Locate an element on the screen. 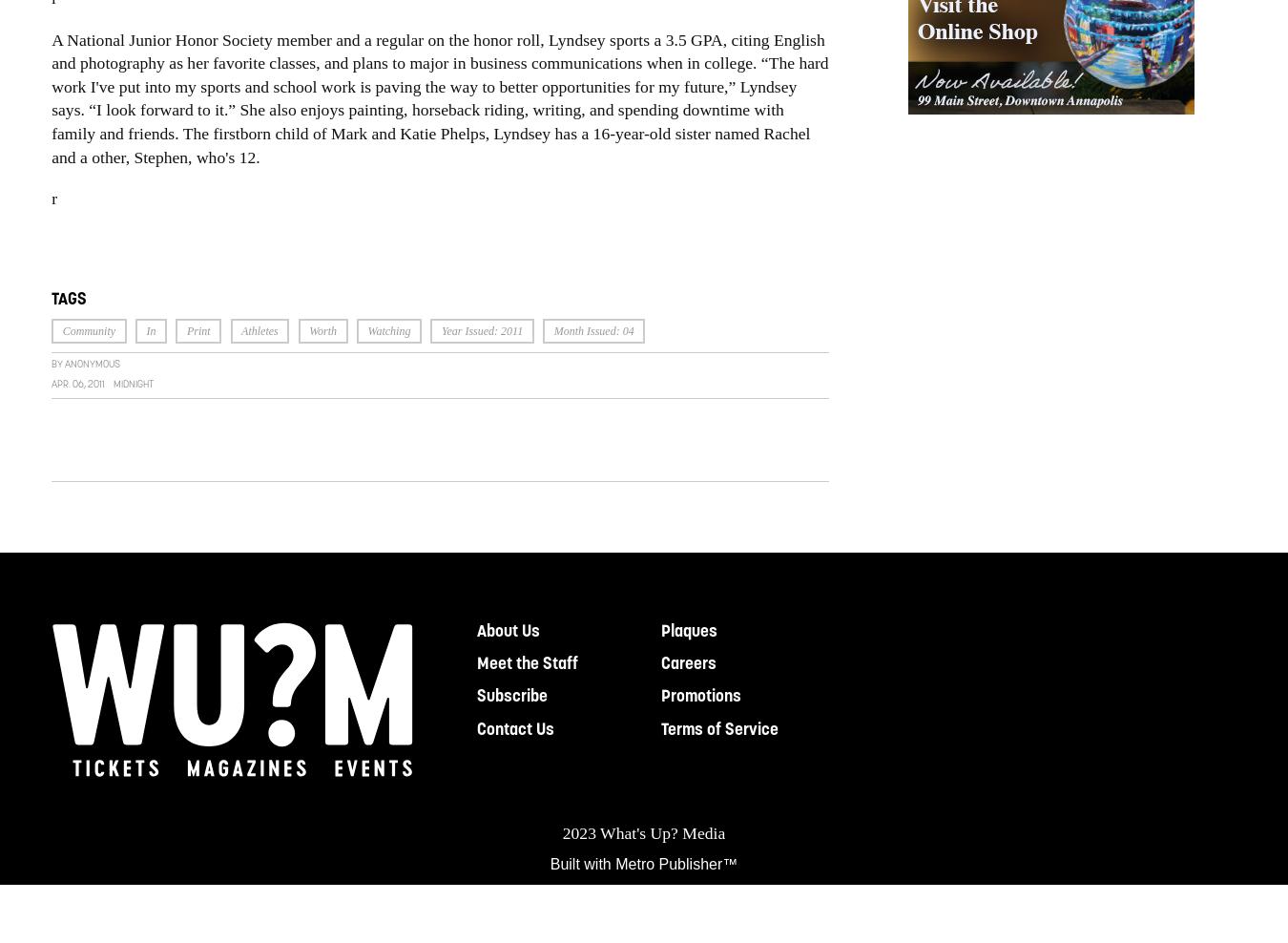 This screenshot has height=943, width=1288. 'Worth' is located at coordinates (322, 329).